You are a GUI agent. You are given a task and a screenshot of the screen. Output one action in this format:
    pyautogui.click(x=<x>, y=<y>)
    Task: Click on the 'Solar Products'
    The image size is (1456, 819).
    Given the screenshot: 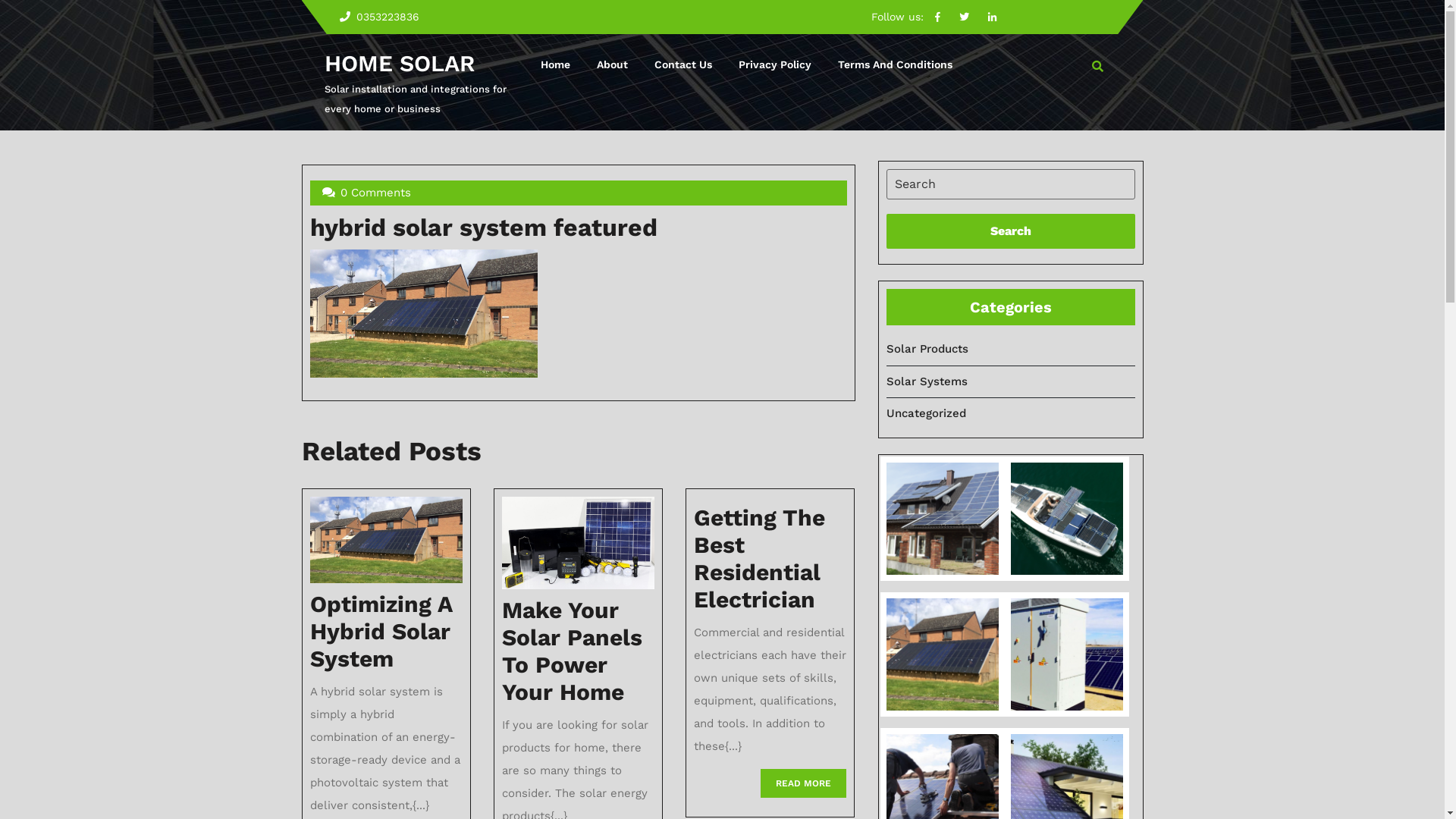 What is the action you would take?
    pyautogui.click(x=926, y=348)
    